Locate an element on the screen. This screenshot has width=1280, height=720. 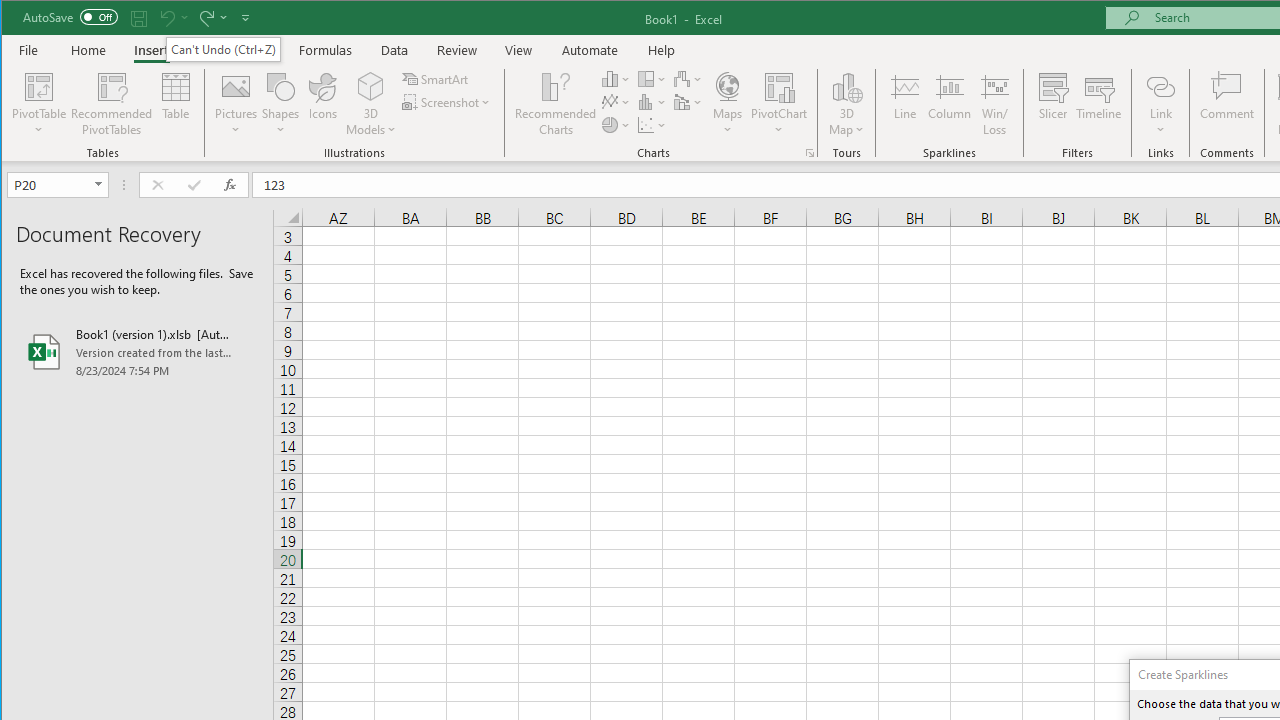
'Shapes' is located at coordinates (279, 104).